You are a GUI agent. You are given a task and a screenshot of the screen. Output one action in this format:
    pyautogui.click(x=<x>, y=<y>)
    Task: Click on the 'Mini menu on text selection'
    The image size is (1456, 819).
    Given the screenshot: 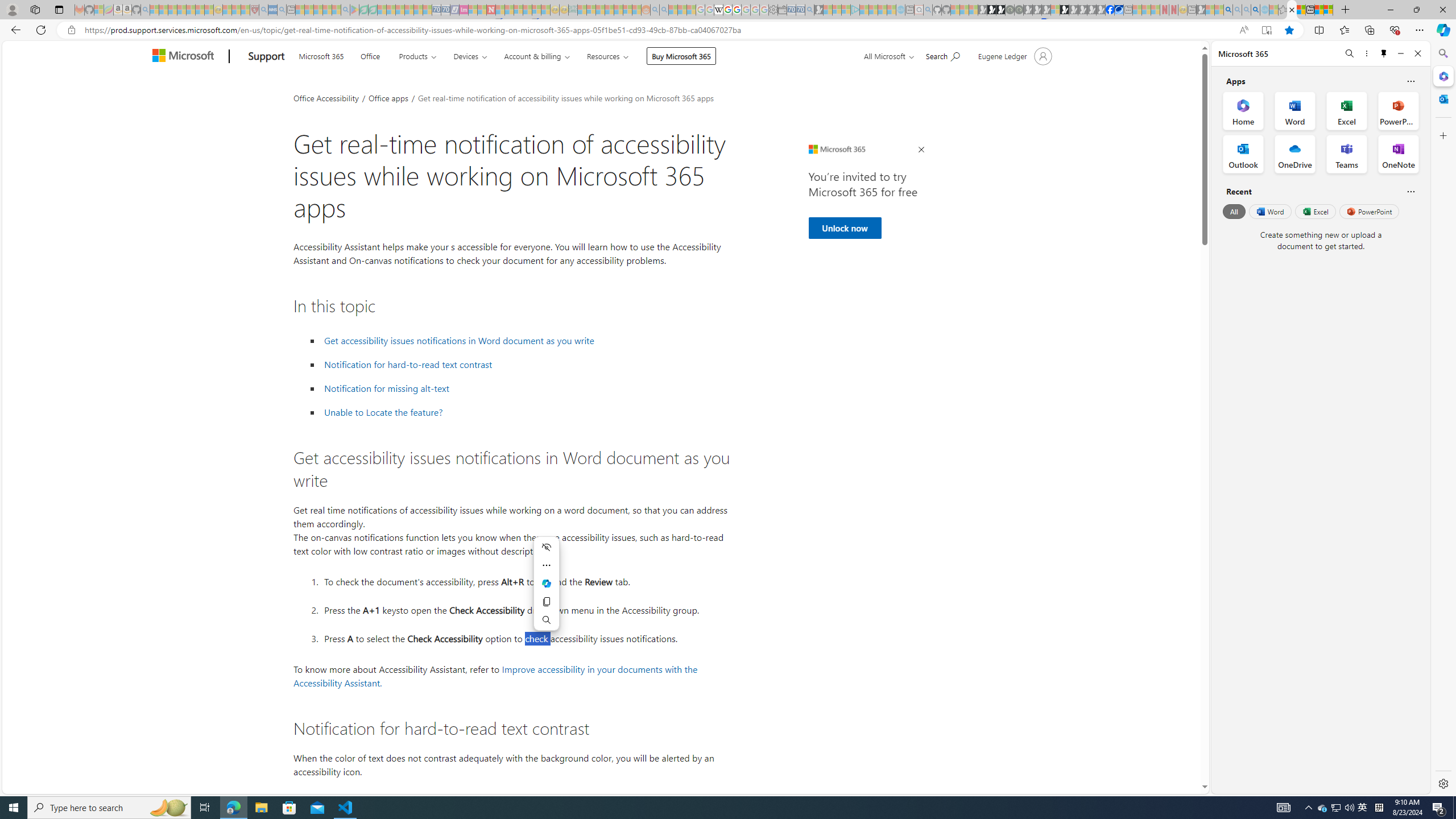 What is the action you would take?
    pyautogui.click(x=547, y=584)
    